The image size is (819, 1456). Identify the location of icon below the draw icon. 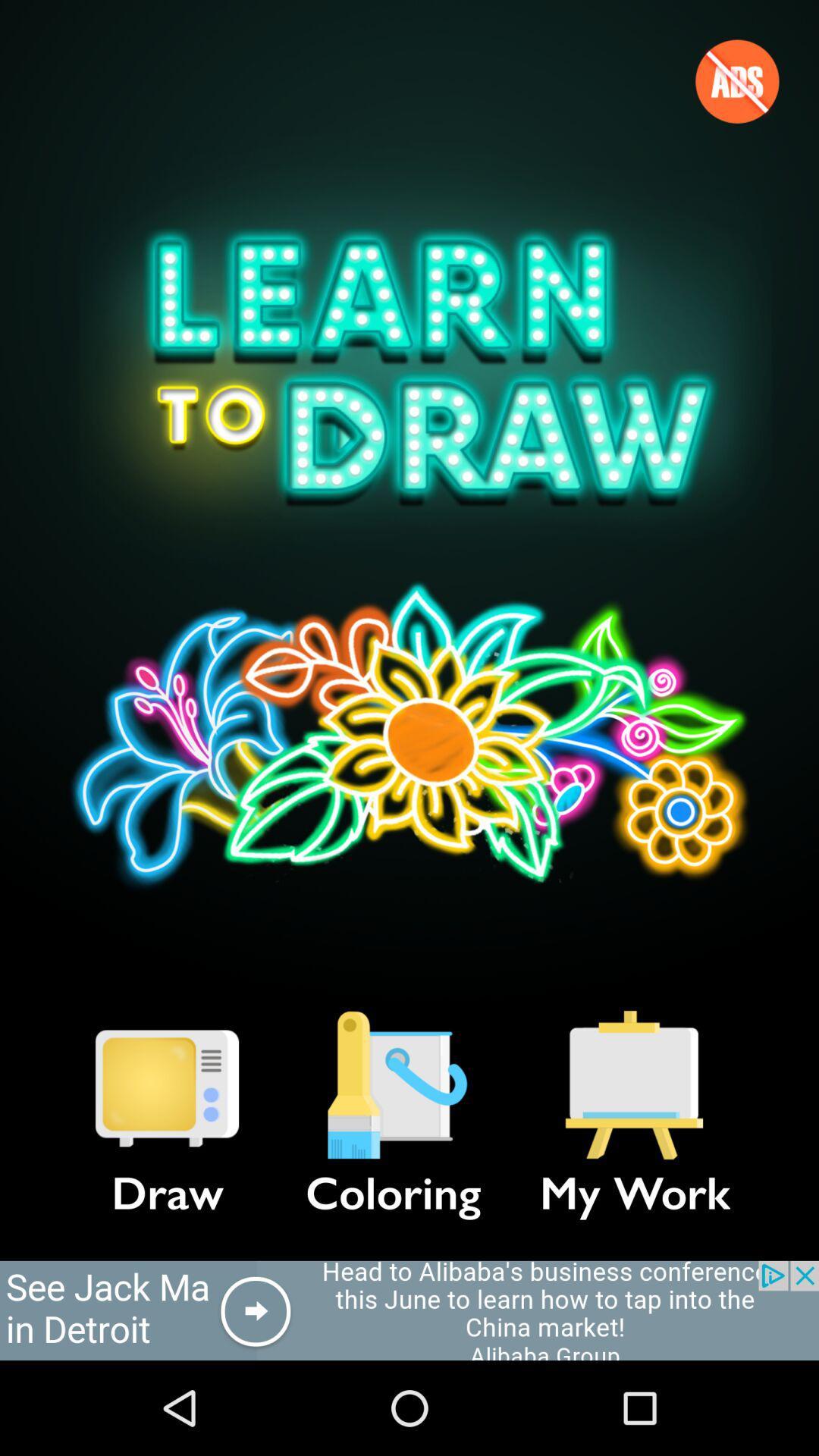
(409, 1310).